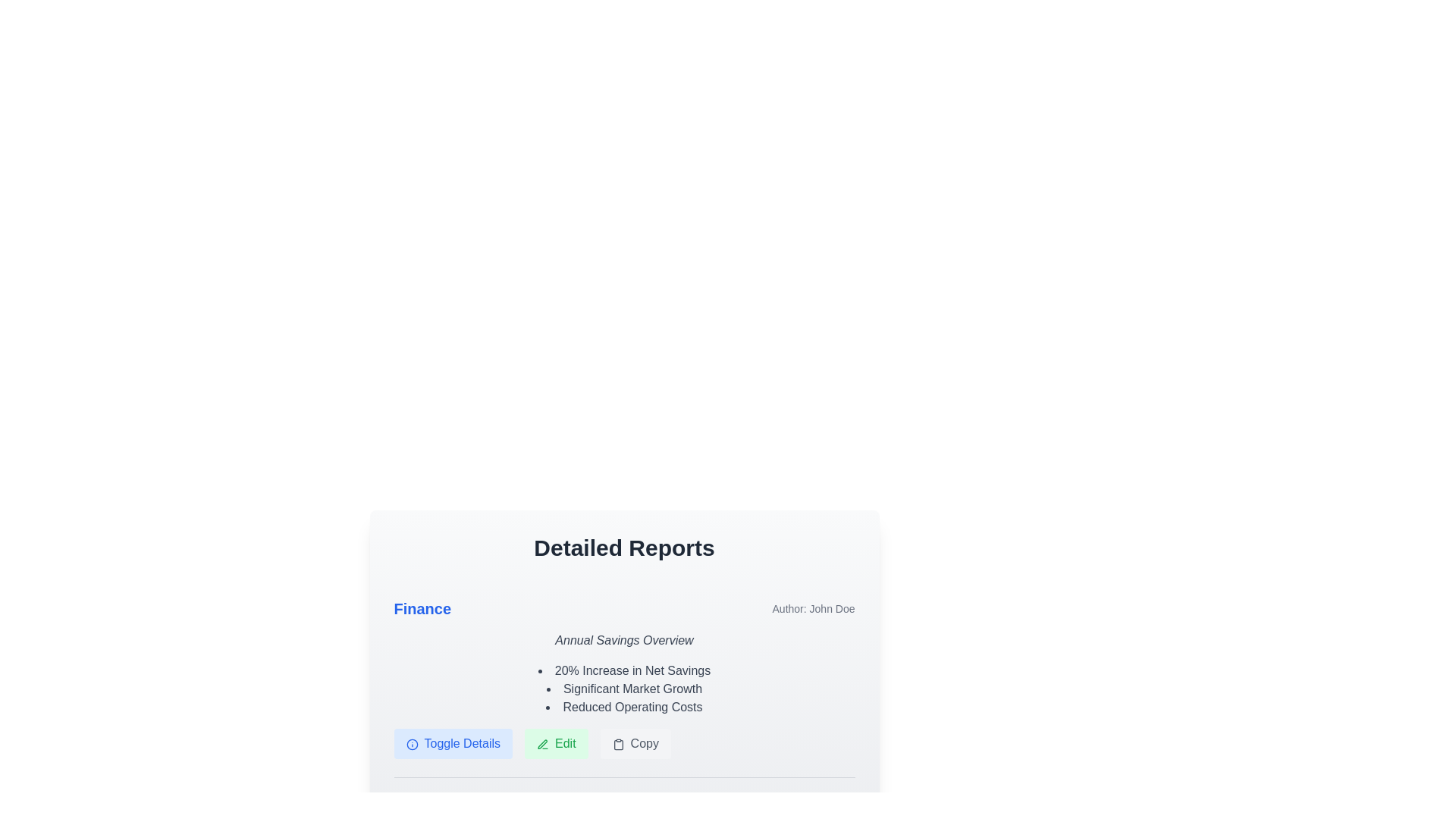 Image resolution: width=1456 pixels, height=819 pixels. Describe the element at coordinates (624, 708) in the screenshot. I see `the third bullet item in the 'Annual Savings Overview' list that conveys the point 'Reduced Operating Costs'` at that location.